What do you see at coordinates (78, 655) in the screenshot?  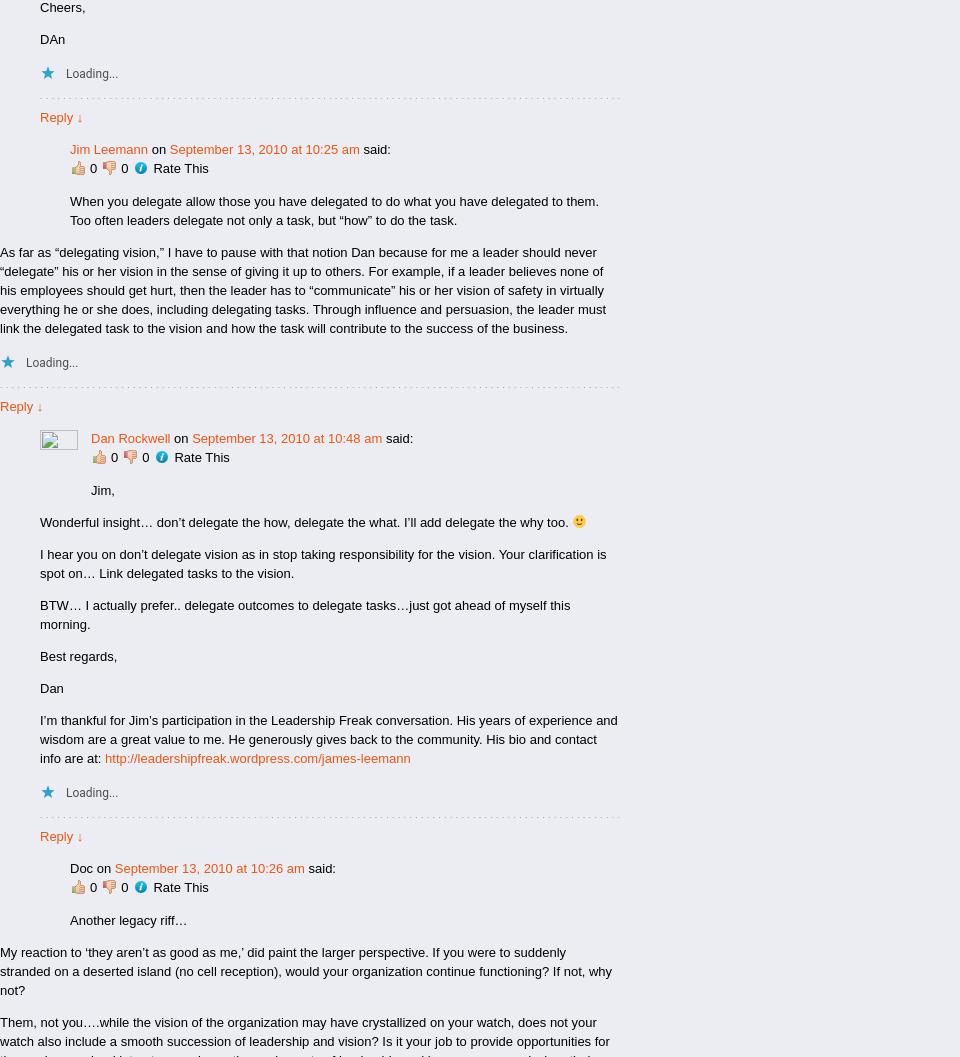 I see `'Best regards,'` at bounding box center [78, 655].